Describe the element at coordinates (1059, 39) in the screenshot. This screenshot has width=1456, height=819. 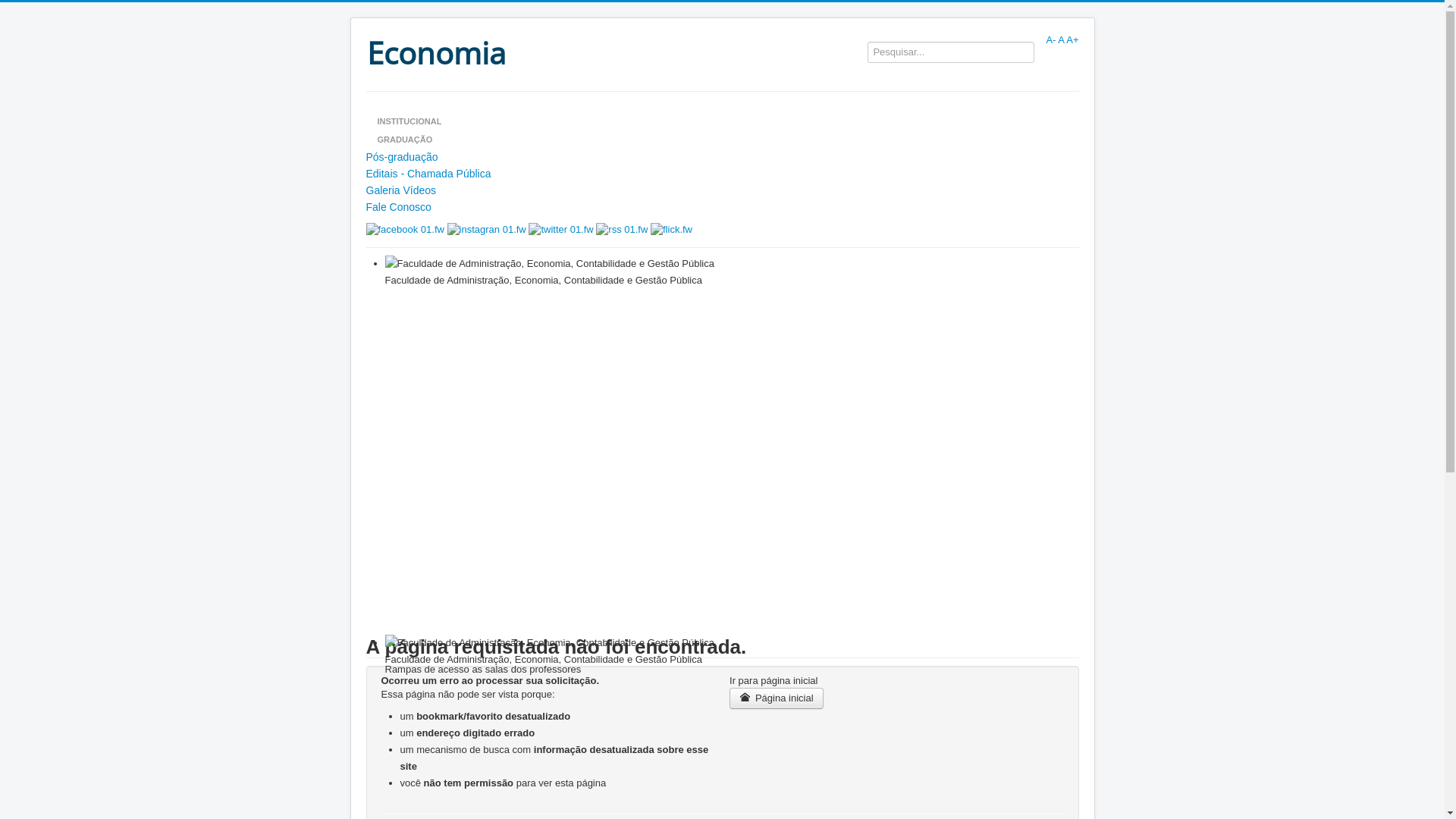
I see `'A'` at that location.